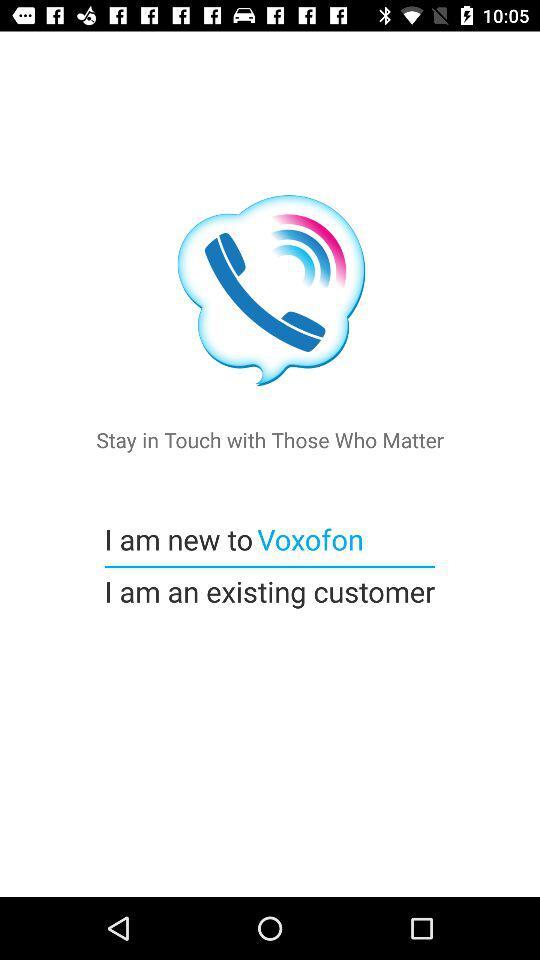 The height and width of the screenshot is (960, 540). What do you see at coordinates (308, 538) in the screenshot?
I see `voxofon` at bounding box center [308, 538].